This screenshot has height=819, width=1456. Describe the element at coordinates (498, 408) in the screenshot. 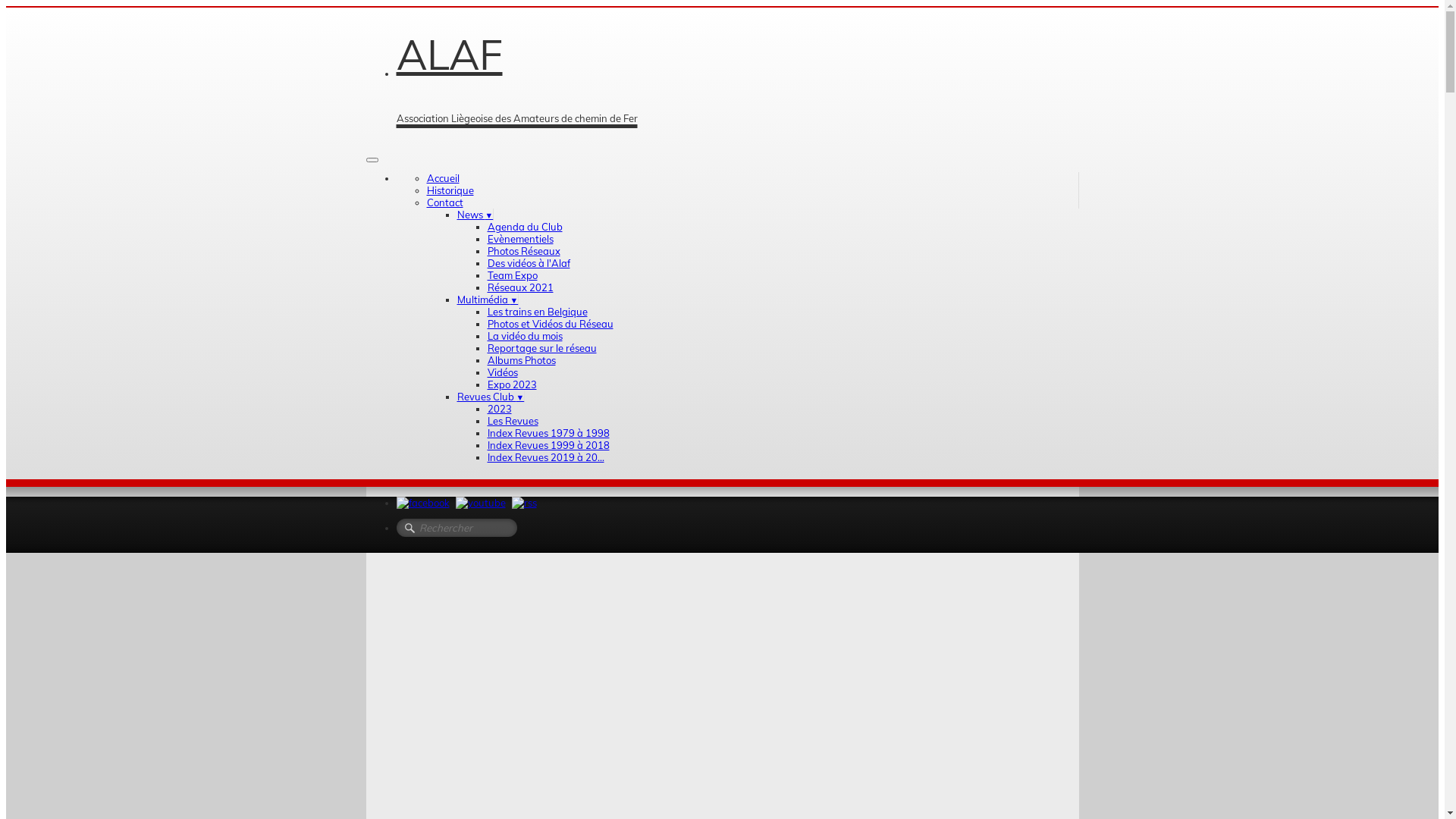

I see `'2023'` at that location.